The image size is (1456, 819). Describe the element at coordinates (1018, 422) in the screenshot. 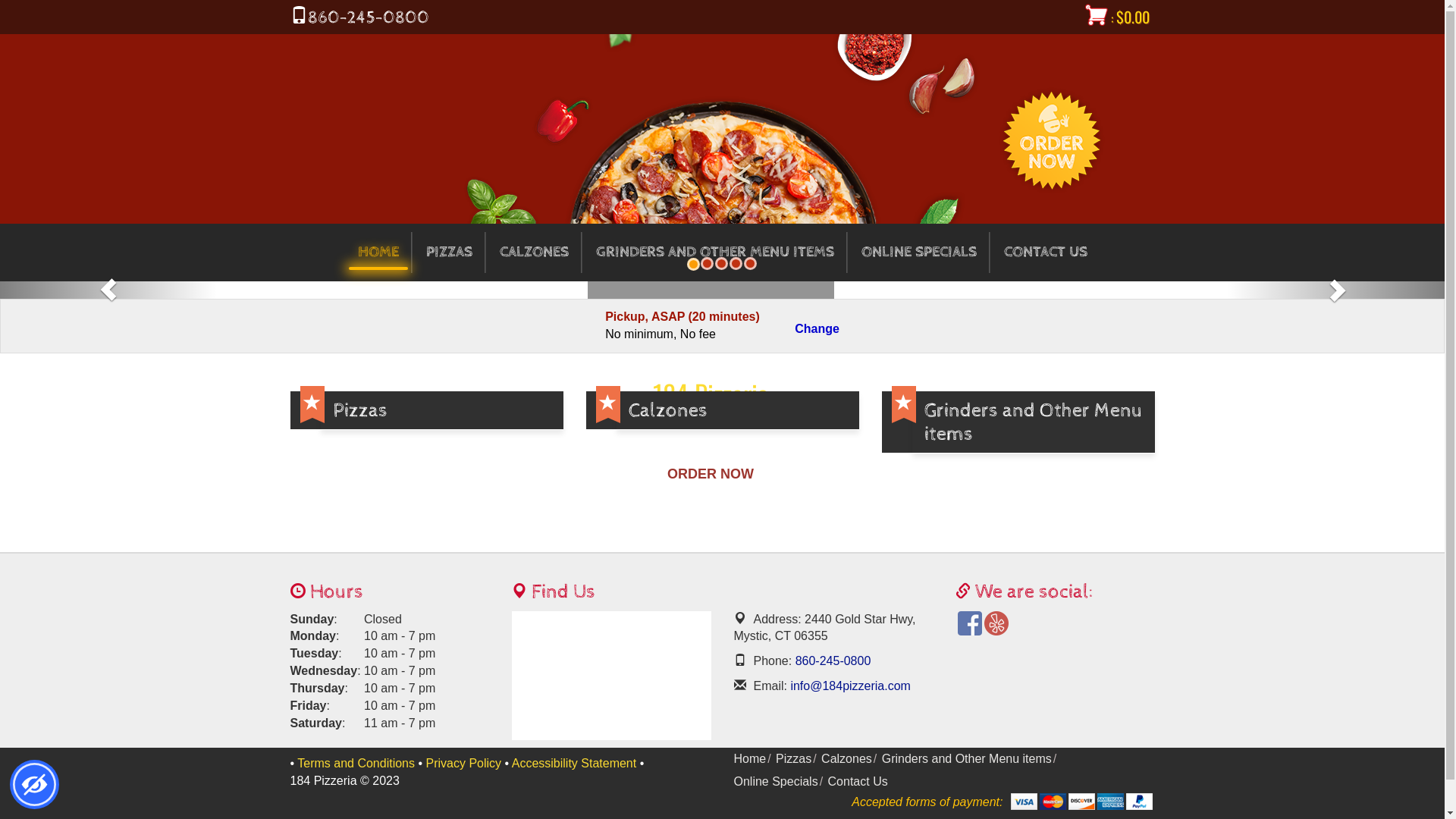

I see `'Grinders and Other Menu items'` at that location.